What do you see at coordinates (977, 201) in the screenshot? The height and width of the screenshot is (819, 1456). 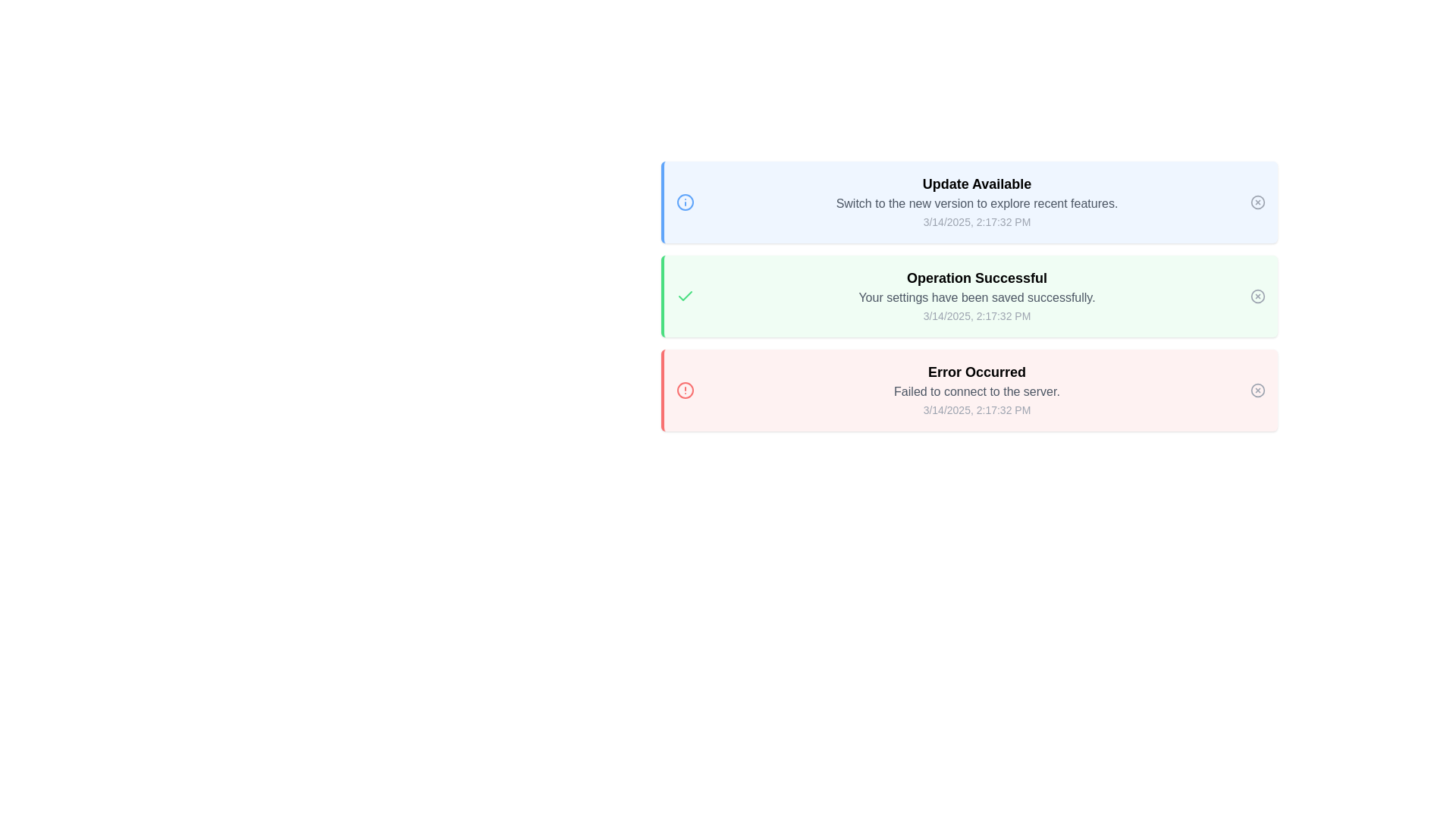 I see `the Notification Card located at the top of the notification stack, just above the 'Operation Successful' green card and the 'Error Occurred' red card` at bounding box center [977, 201].